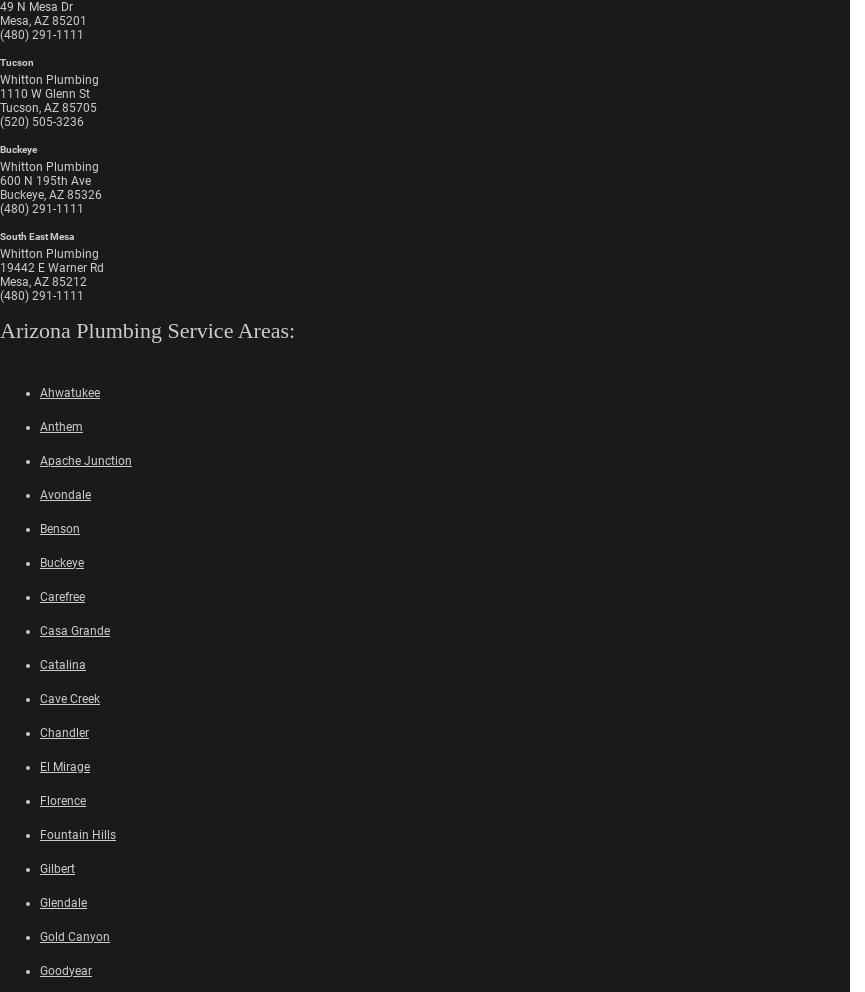 The height and width of the screenshot is (992, 865). Describe the element at coordinates (85, 459) in the screenshot. I see `'Apache Junction'` at that location.